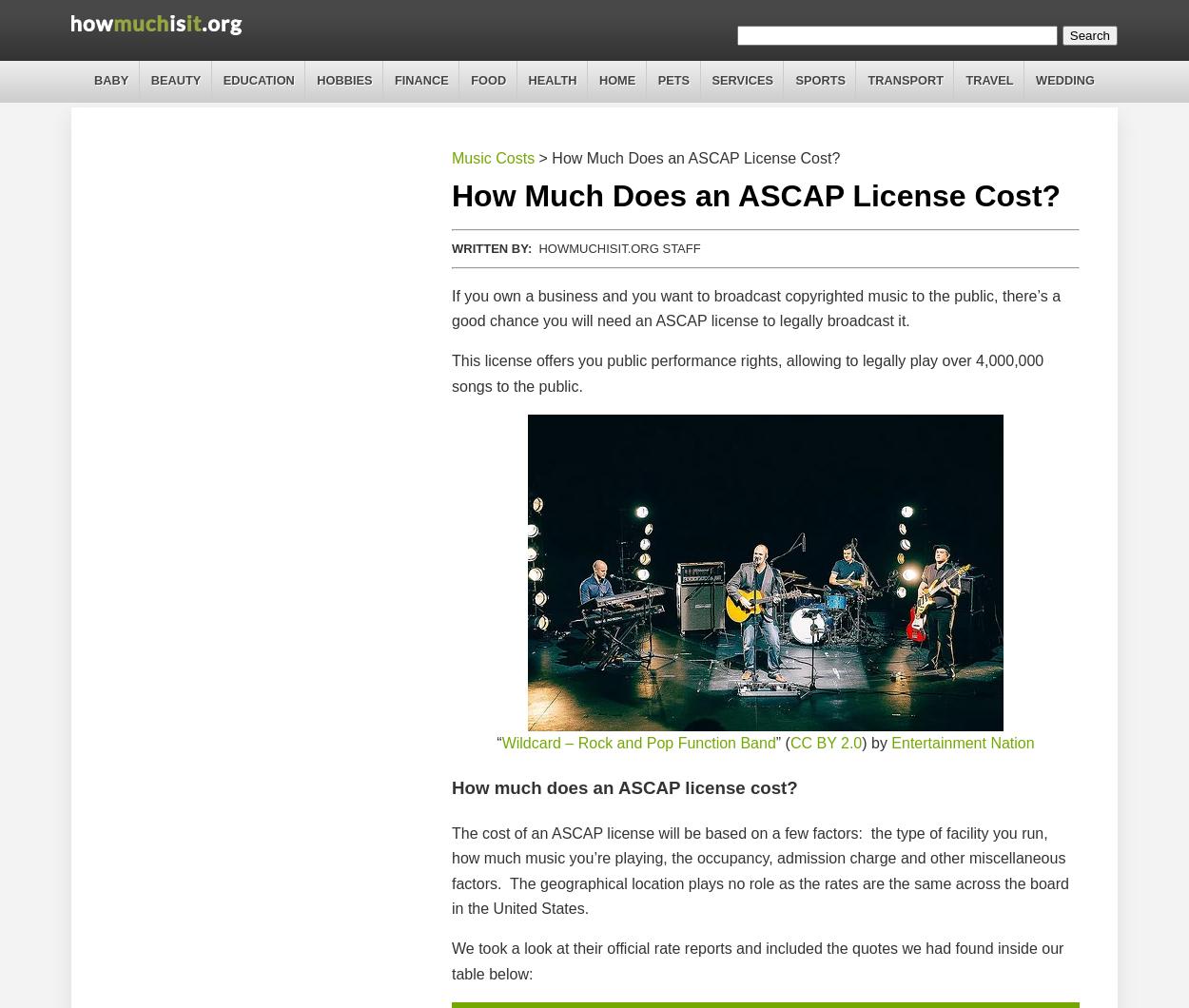  What do you see at coordinates (419, 80) in the screenshot?
I see `'Finance'` at bounding box center [419, 80].